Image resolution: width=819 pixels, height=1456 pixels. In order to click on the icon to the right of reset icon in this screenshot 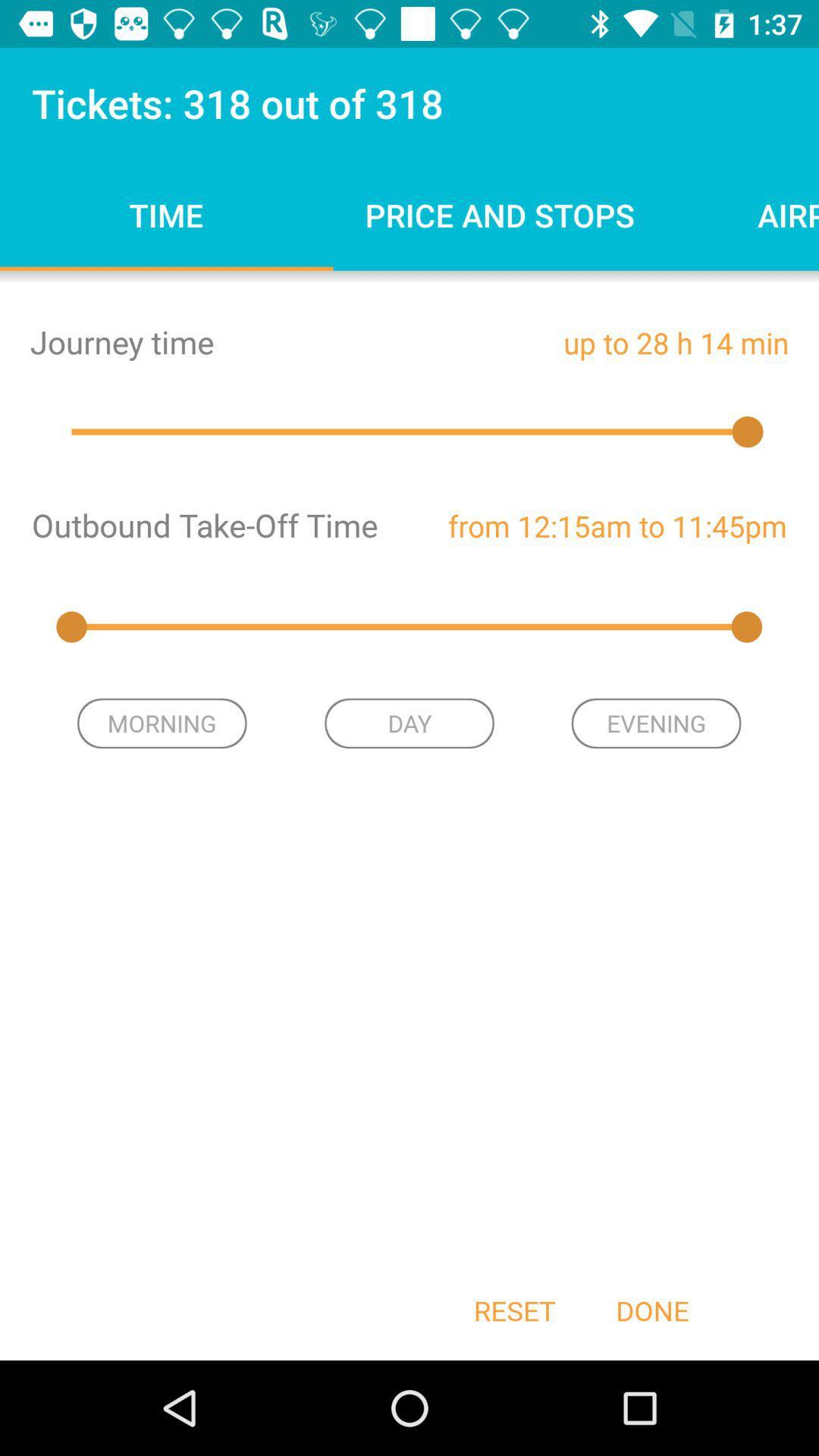, I will do `click(651, 1310)`.